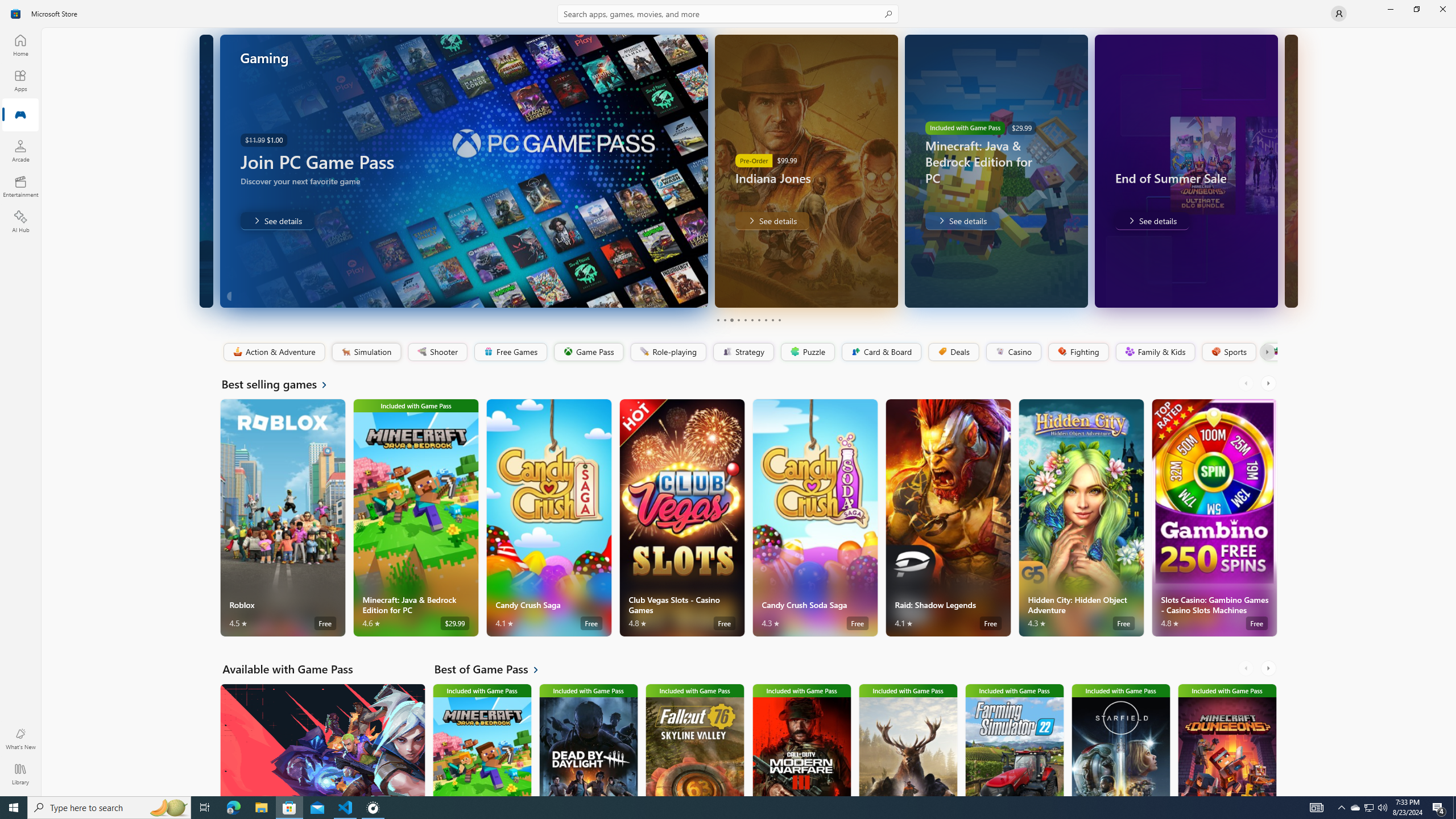 This screenshot has width=1456, height=819. What do you see at coordinates (772, 320) in the screenshot?
I see `'Page 9'` at bounding box center [772, 320].